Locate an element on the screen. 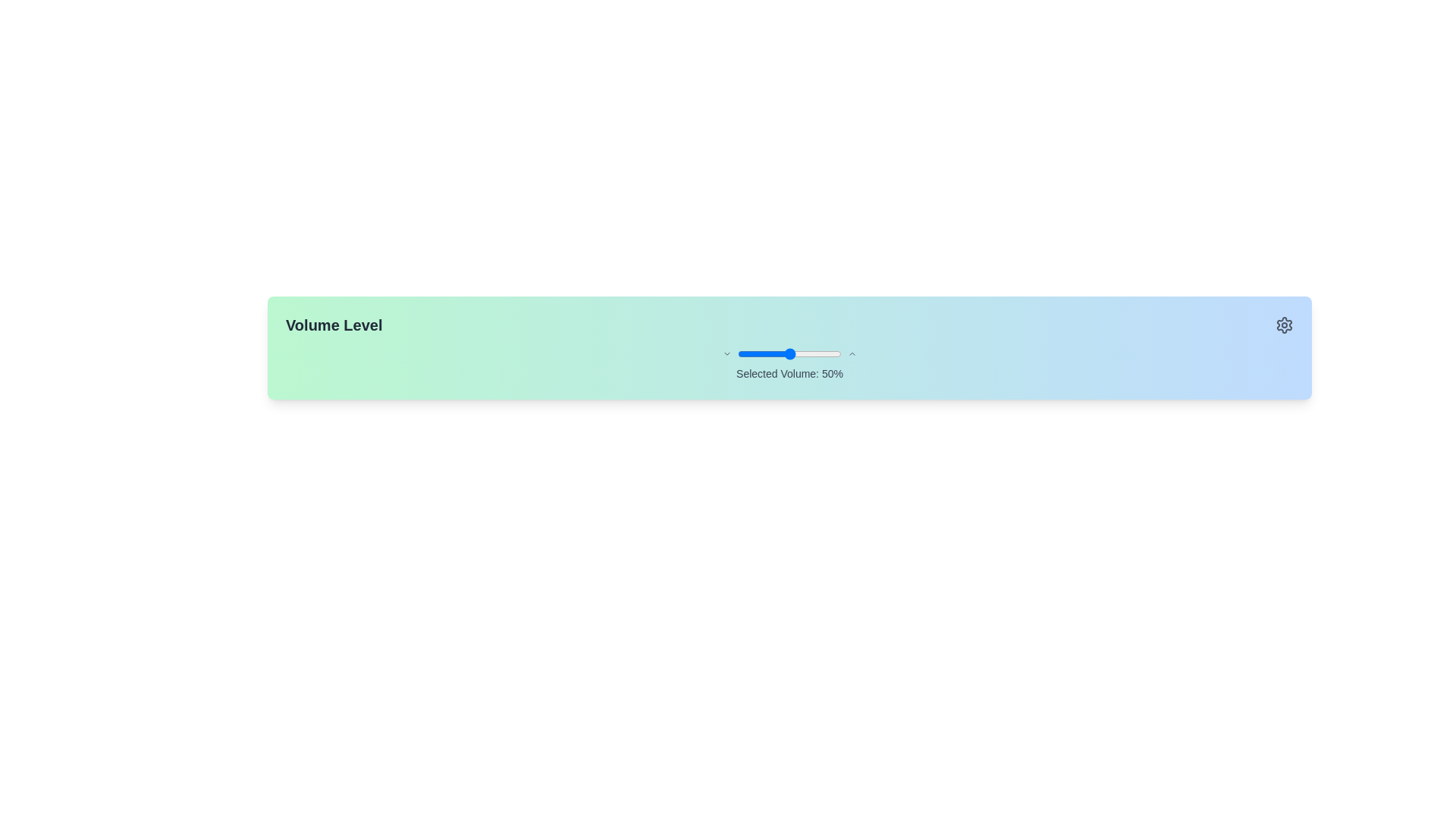  the horizontal slider located in the middle of the 'Selected Volume: 50%' widget, which is flanked by chevron icons for adjustments is located at coordinates (789, 353).